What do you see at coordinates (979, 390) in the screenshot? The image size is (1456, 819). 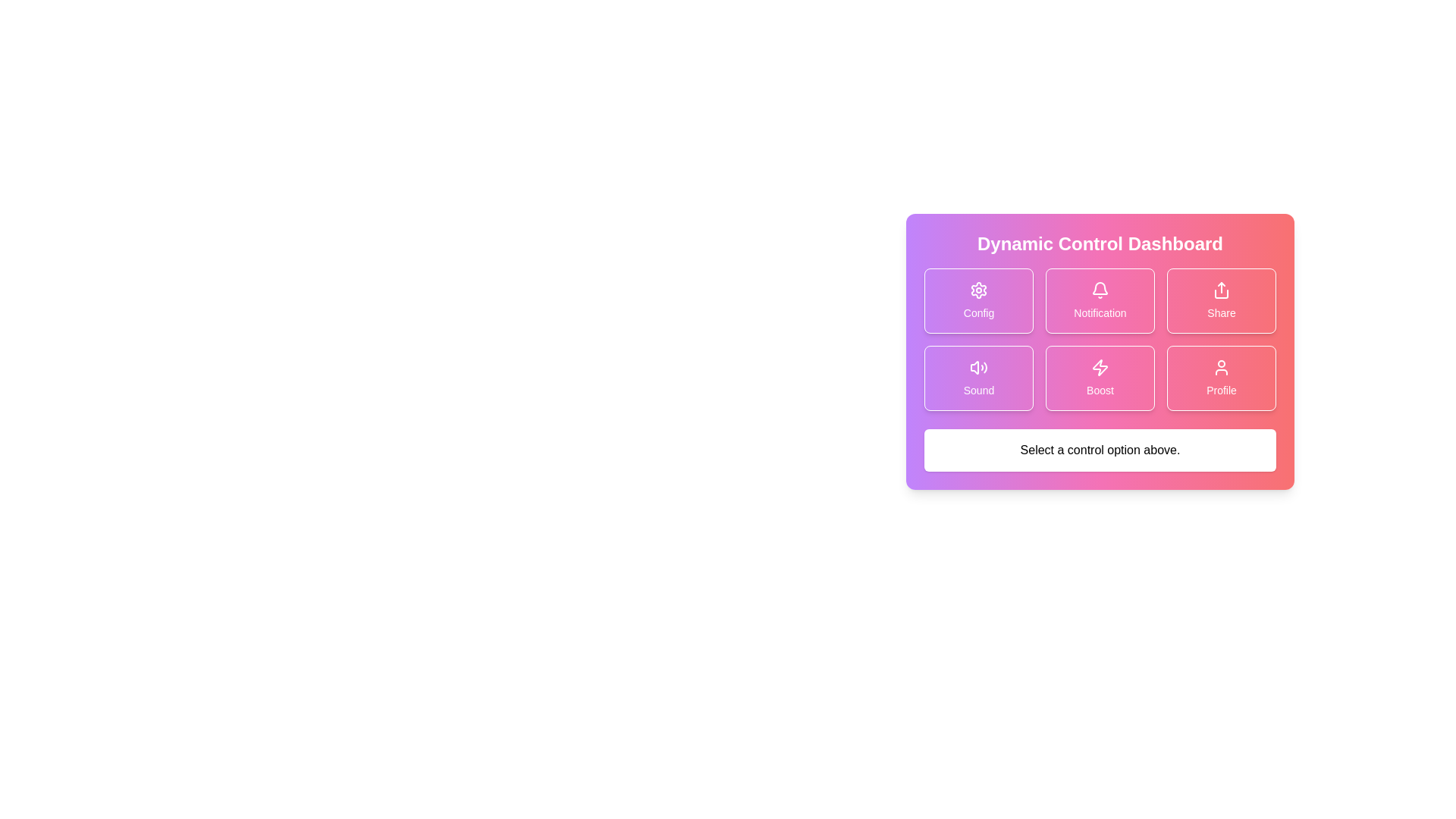 I see `the 'Sound' text label, which is displayed in white text on a transparent background, located centrally below the volume icon in the bottom-left position of the control button grid` at bounding box center [979, 390].